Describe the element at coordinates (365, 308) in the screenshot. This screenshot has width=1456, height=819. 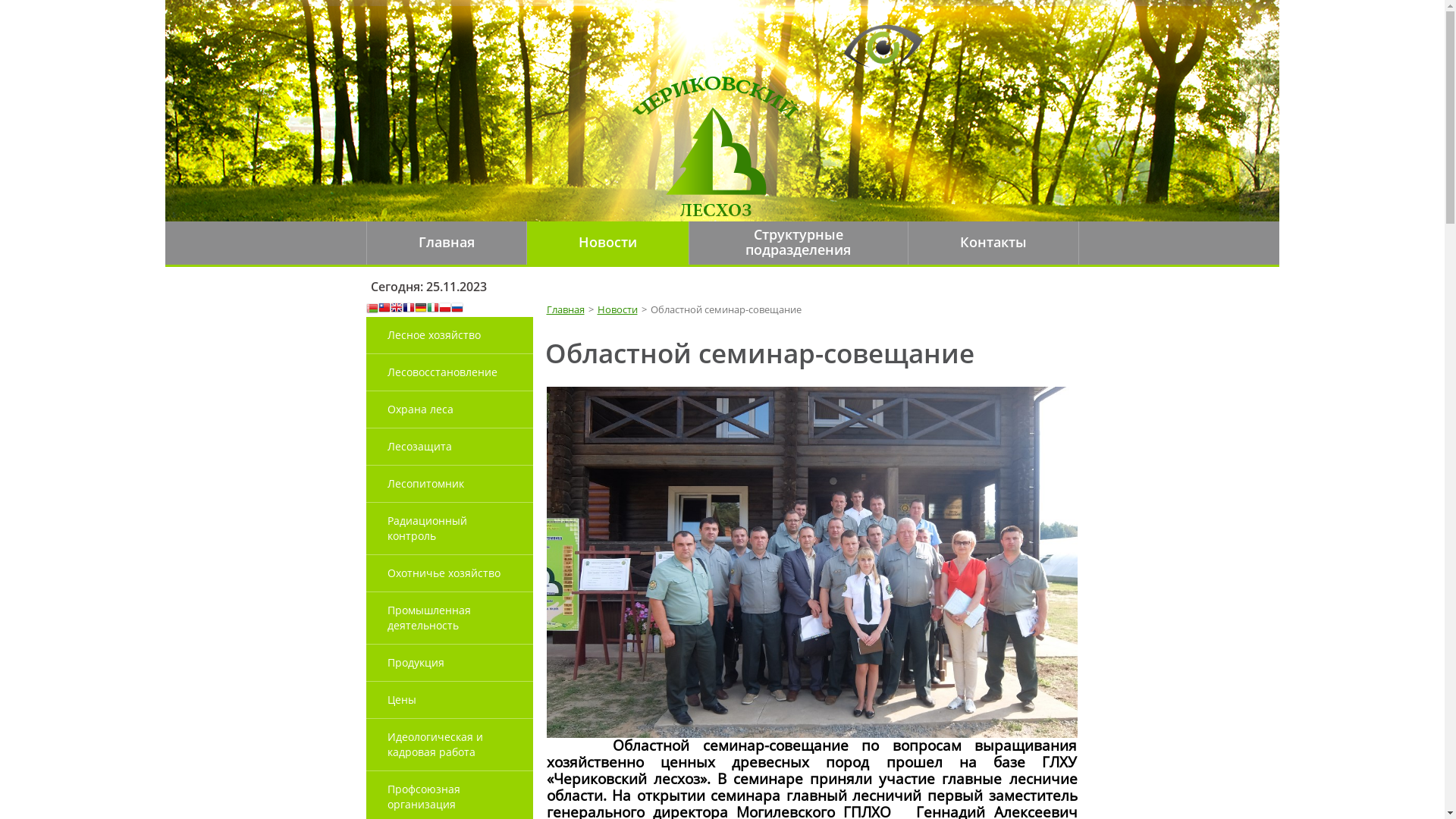
I see `'Belarusian'` at that location.